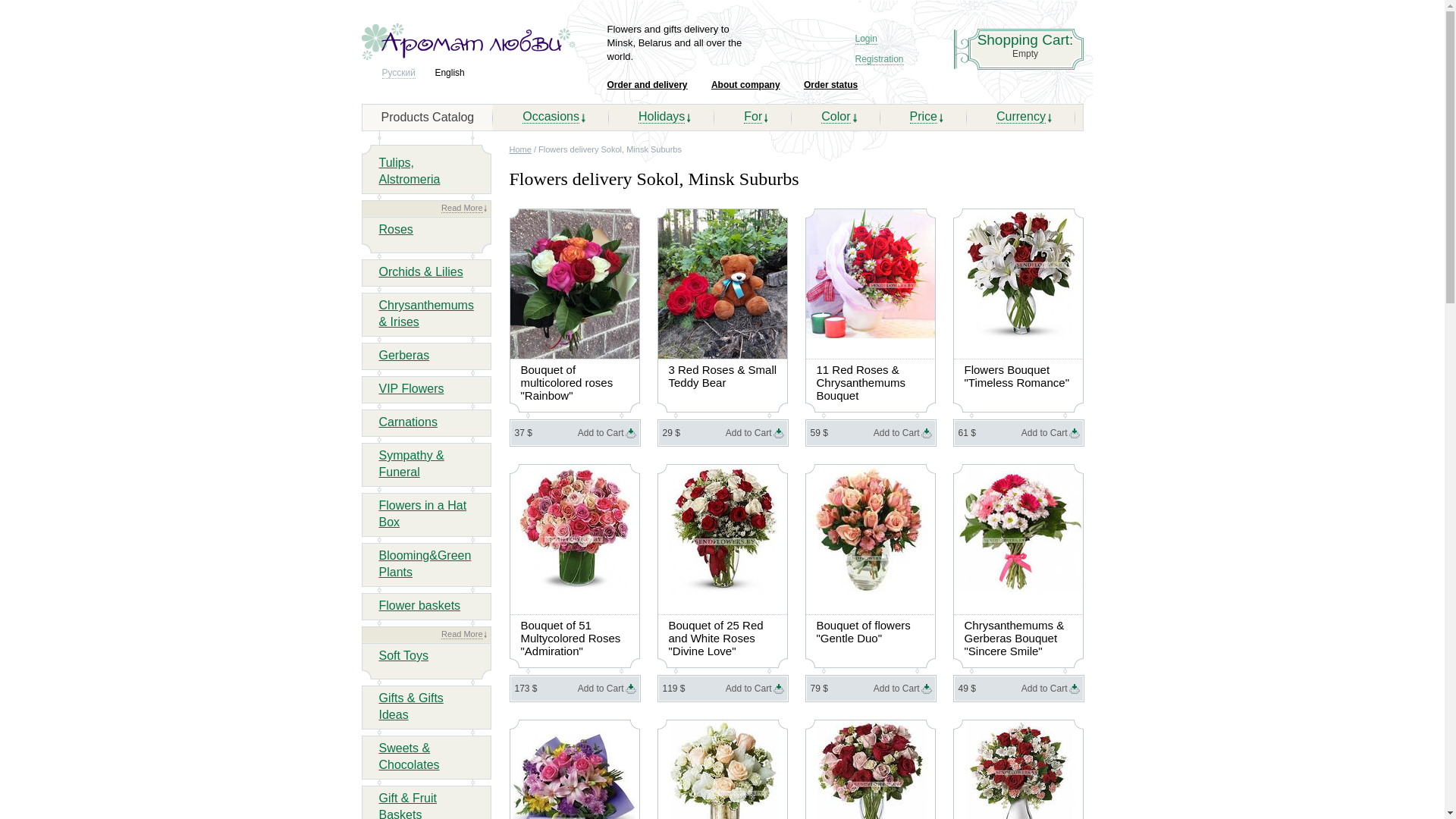 The image size is (1456, 819). What do you see at coordinates (574, 688) in the screenshot?
I see `'Add to Cart` at bounding box center [574, 688].